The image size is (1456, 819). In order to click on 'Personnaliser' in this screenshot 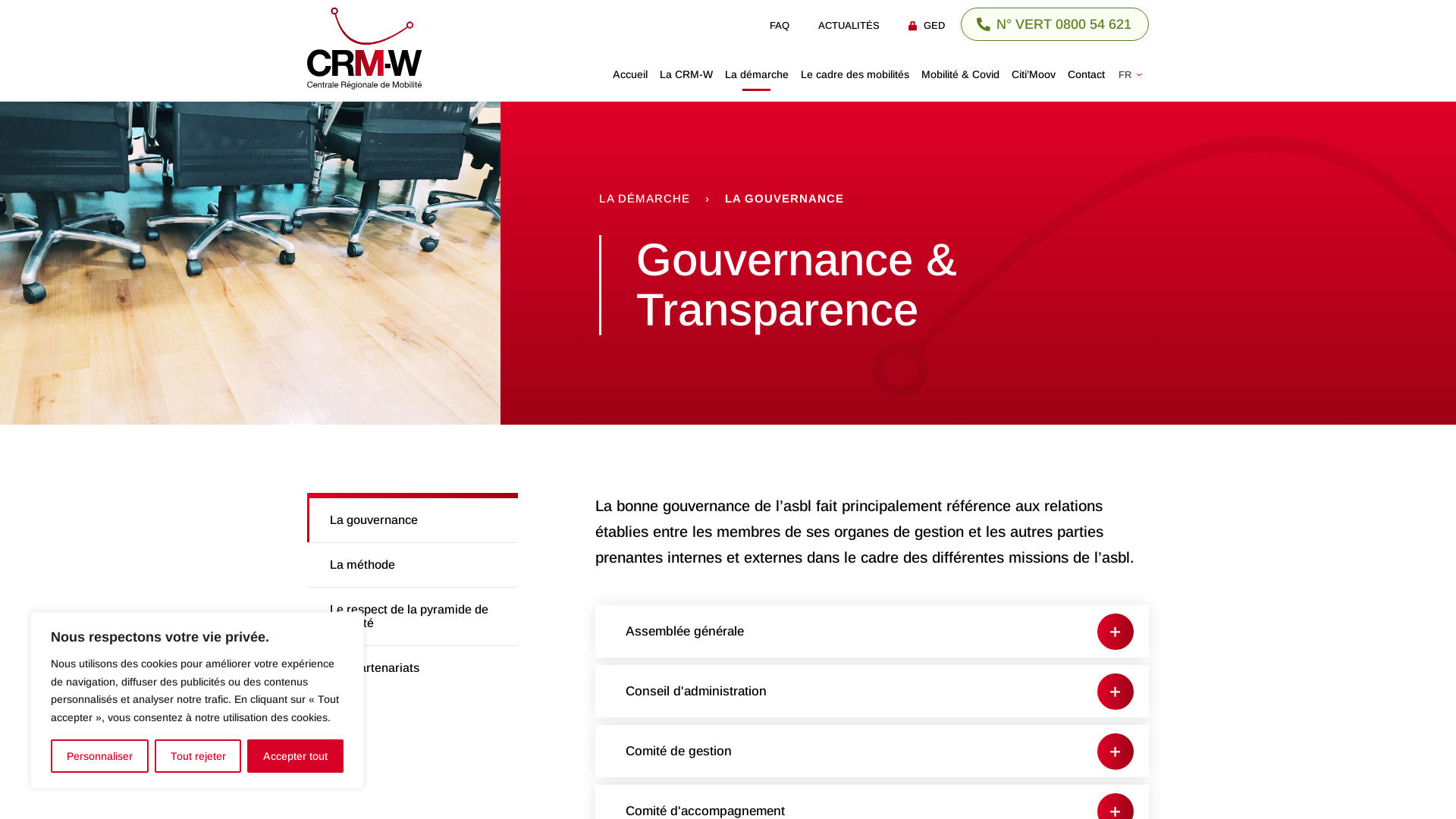, I will do `click(99, 755)`.